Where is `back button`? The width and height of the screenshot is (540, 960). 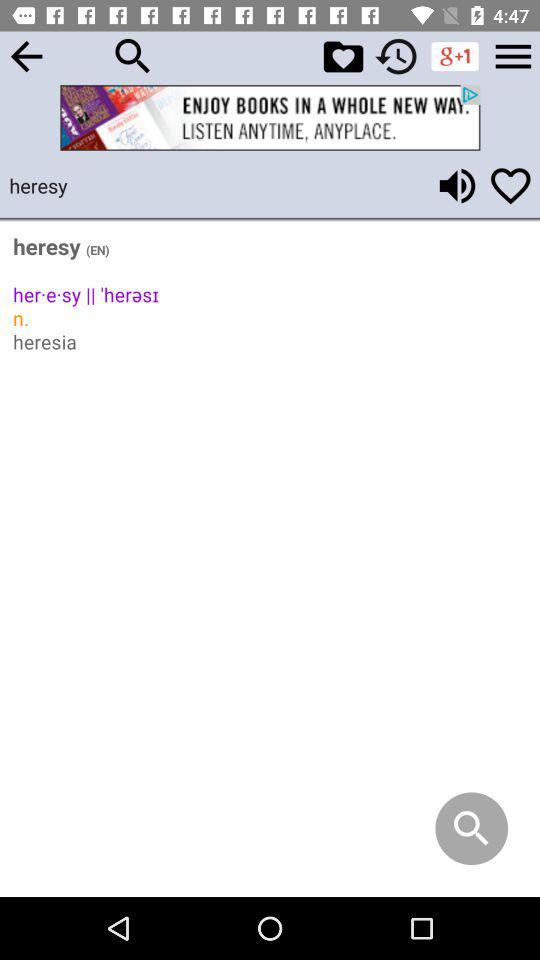 back button is located at coordinates (25, 55).